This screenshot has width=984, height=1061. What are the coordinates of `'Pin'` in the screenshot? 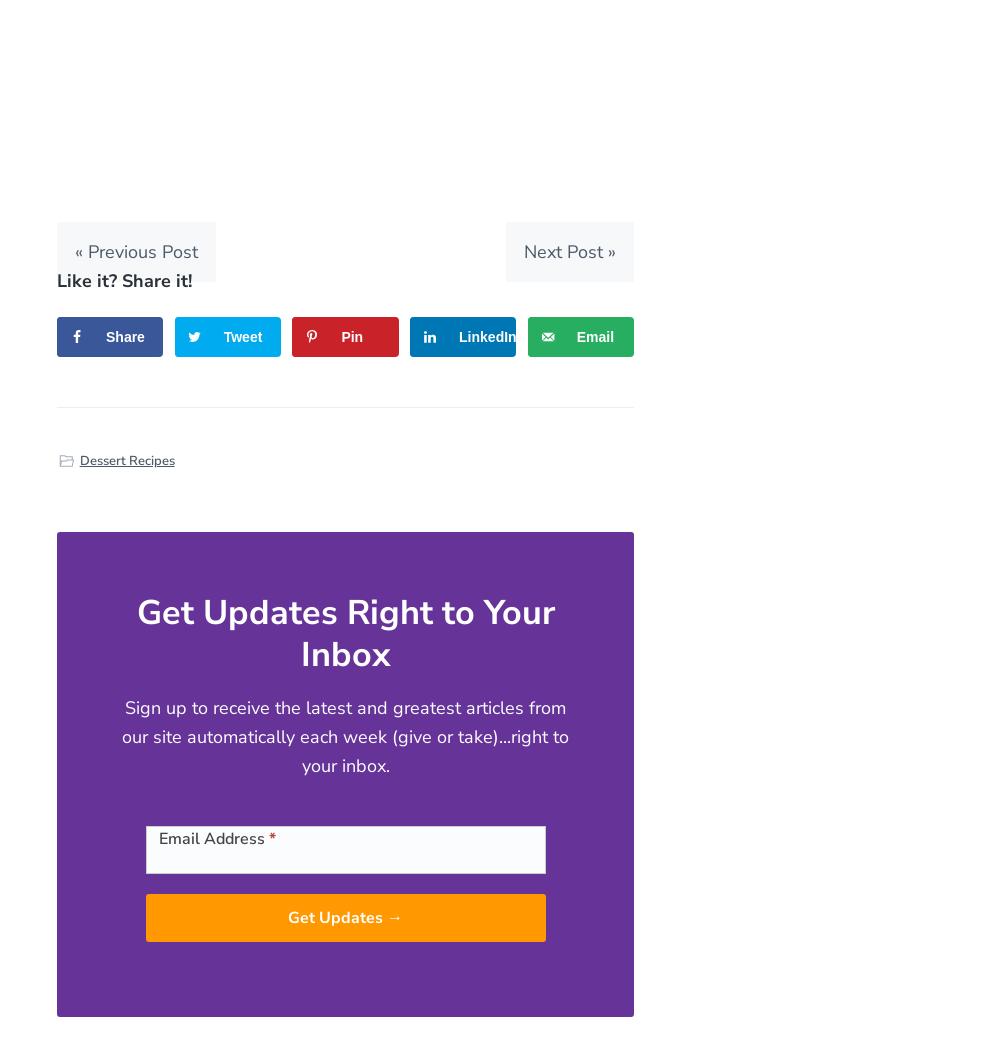 It's located at (350, 335).